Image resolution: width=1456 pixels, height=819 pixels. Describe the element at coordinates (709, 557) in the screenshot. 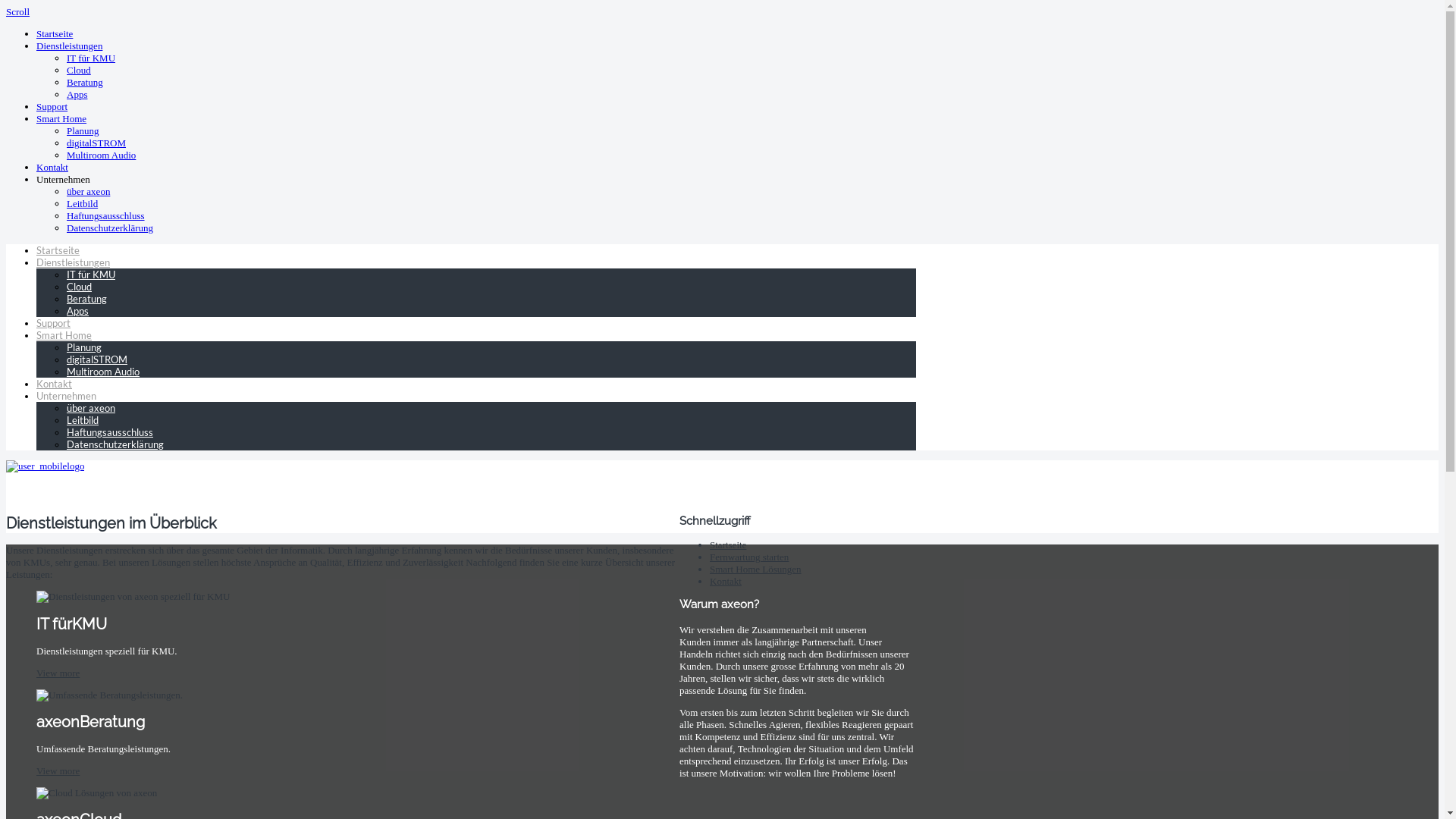

I see `'Fernwartung starten'` at that location.